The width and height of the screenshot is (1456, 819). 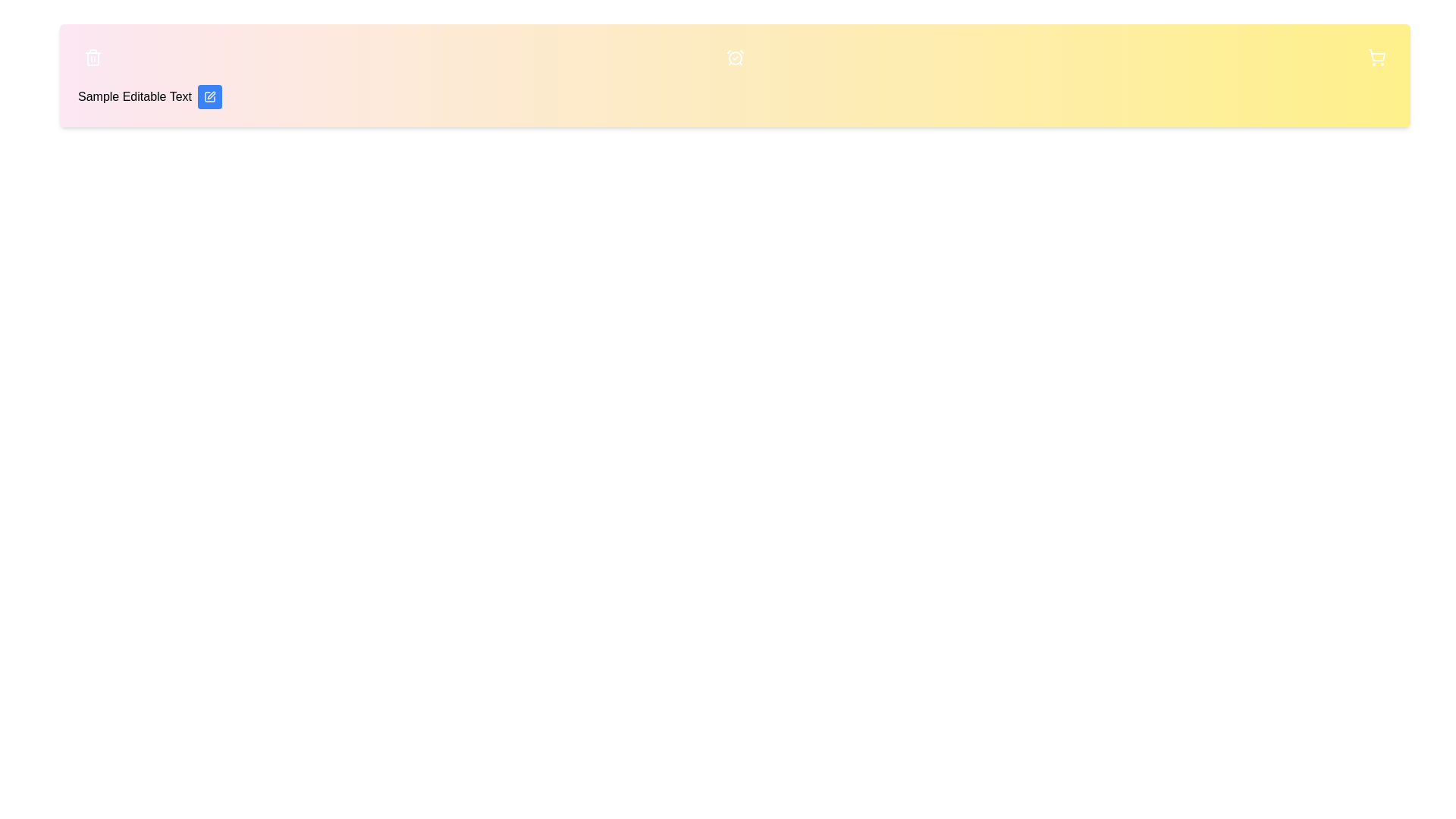 What do you see at coordinates (735, 57) in the screenshot?
I see `the alarm confirmation button located centrally` at bounding box center [735, 57].